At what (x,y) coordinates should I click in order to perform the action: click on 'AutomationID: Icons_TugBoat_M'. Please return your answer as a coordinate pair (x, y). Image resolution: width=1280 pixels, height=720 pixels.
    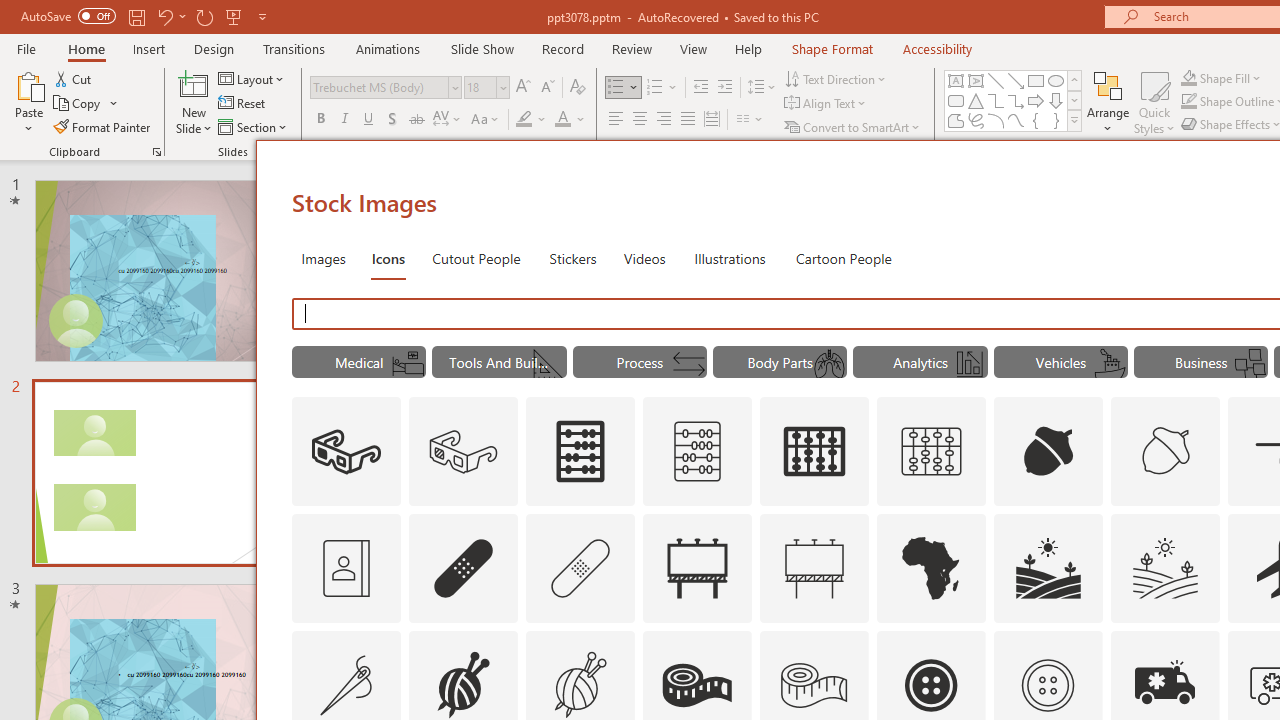
    Looking at the image, I should click on (1108, 364).